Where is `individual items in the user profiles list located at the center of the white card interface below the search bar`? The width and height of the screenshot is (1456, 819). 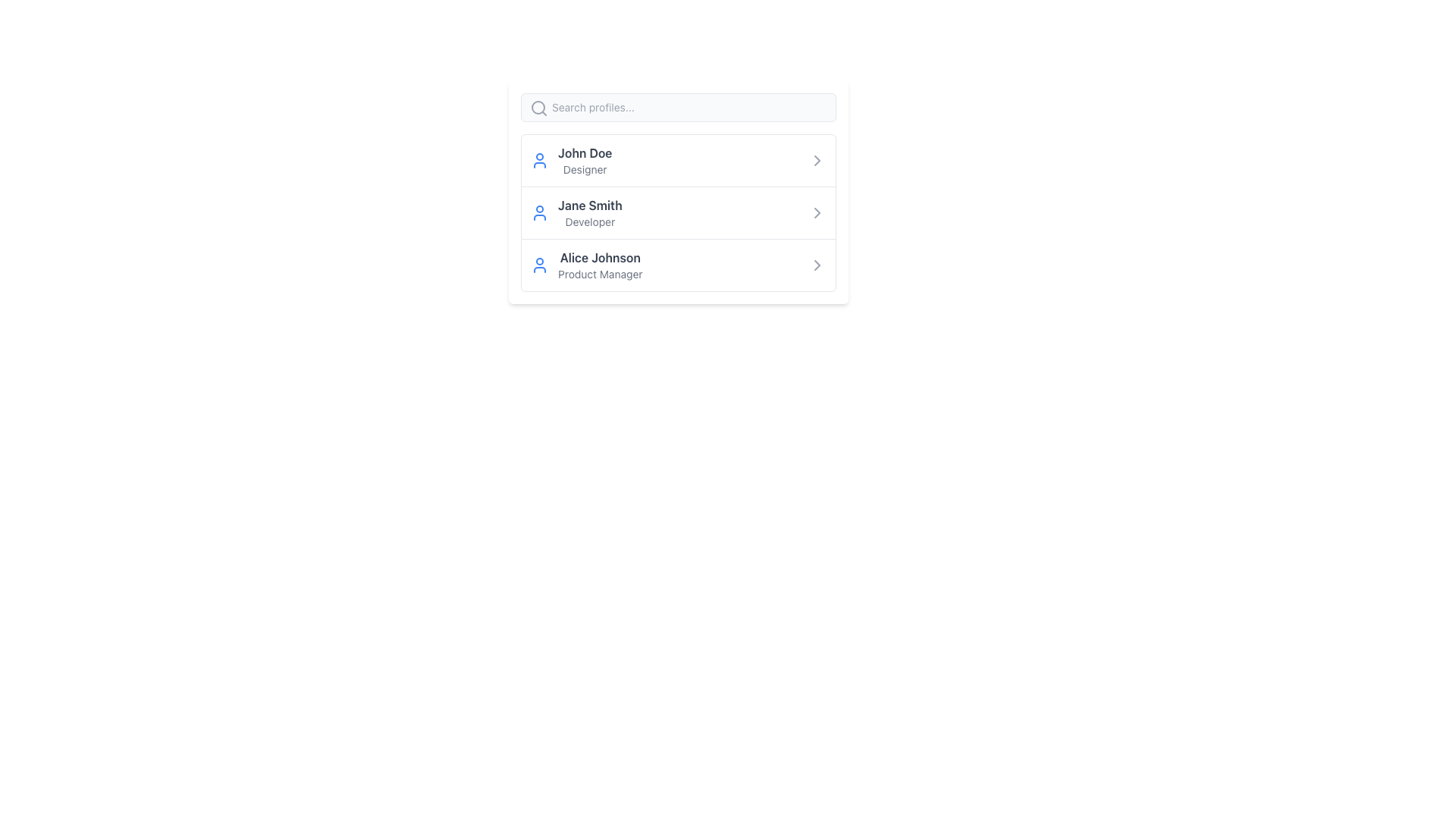 individual items in the user profiles list located at the center of the white card interface below the search bar is located at coordinates (677, 213).